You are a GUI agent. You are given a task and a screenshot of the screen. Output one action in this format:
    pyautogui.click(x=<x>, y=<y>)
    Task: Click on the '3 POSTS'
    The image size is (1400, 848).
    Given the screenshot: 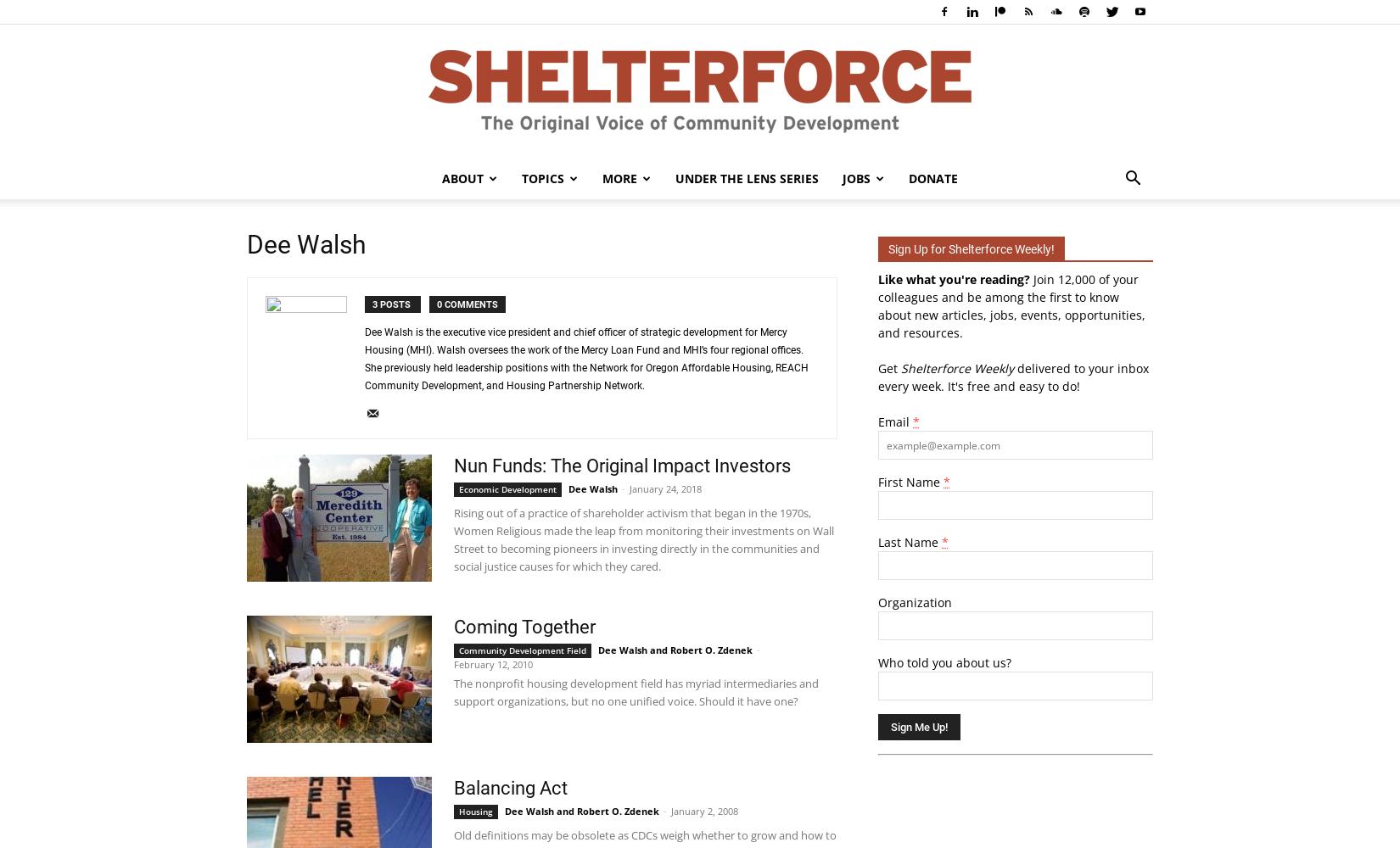 What is the action you would take?
    pyautogui.click(x=391, y=304)
    